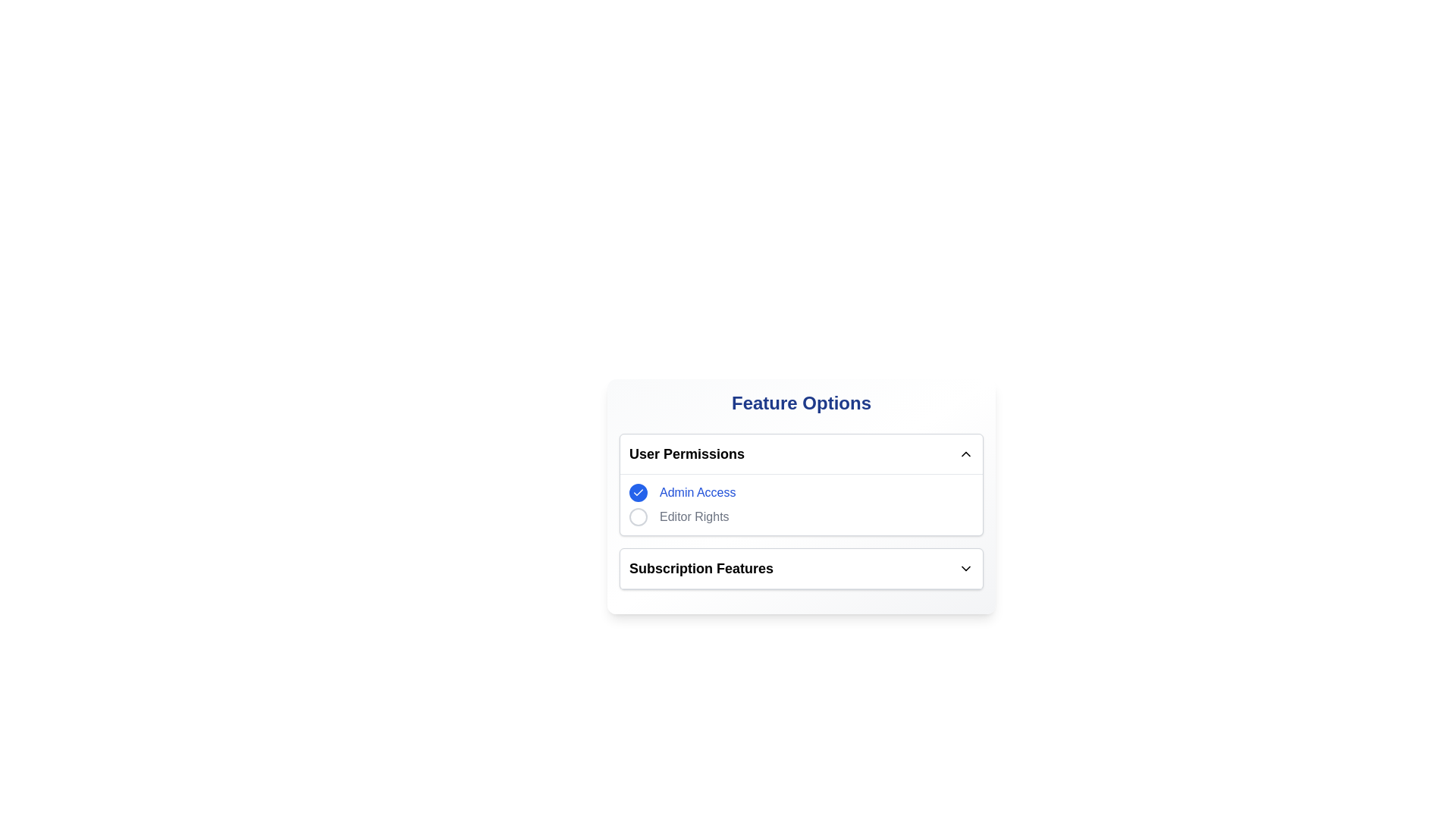 The width and height of the screenshot is (1456, 819). I want to click on the Circle icon, which is the leftmost component under the heading 'User Permissions' and next to the text 'Editor Rights', so click(638, 516).